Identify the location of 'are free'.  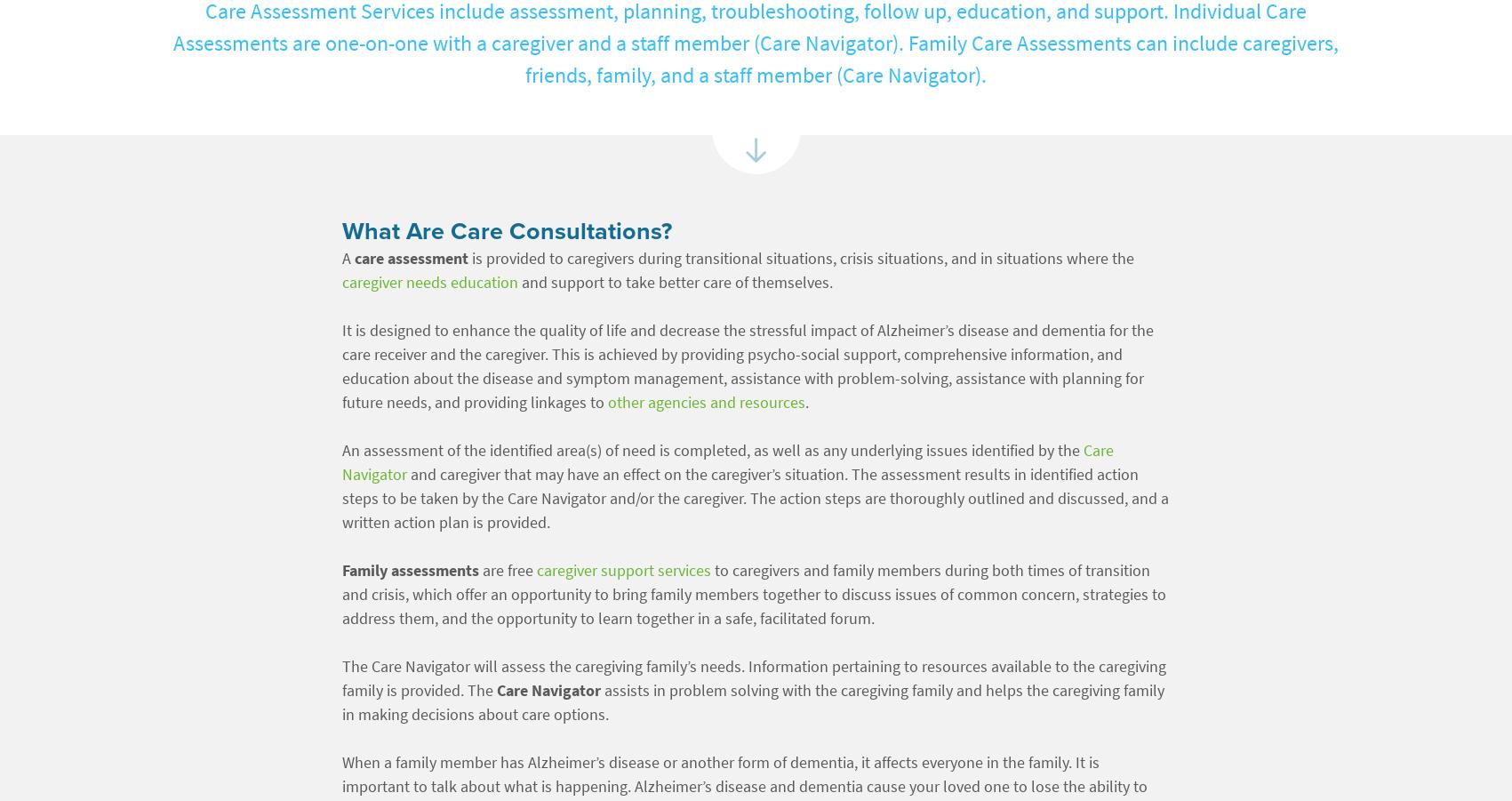
(507, 570).